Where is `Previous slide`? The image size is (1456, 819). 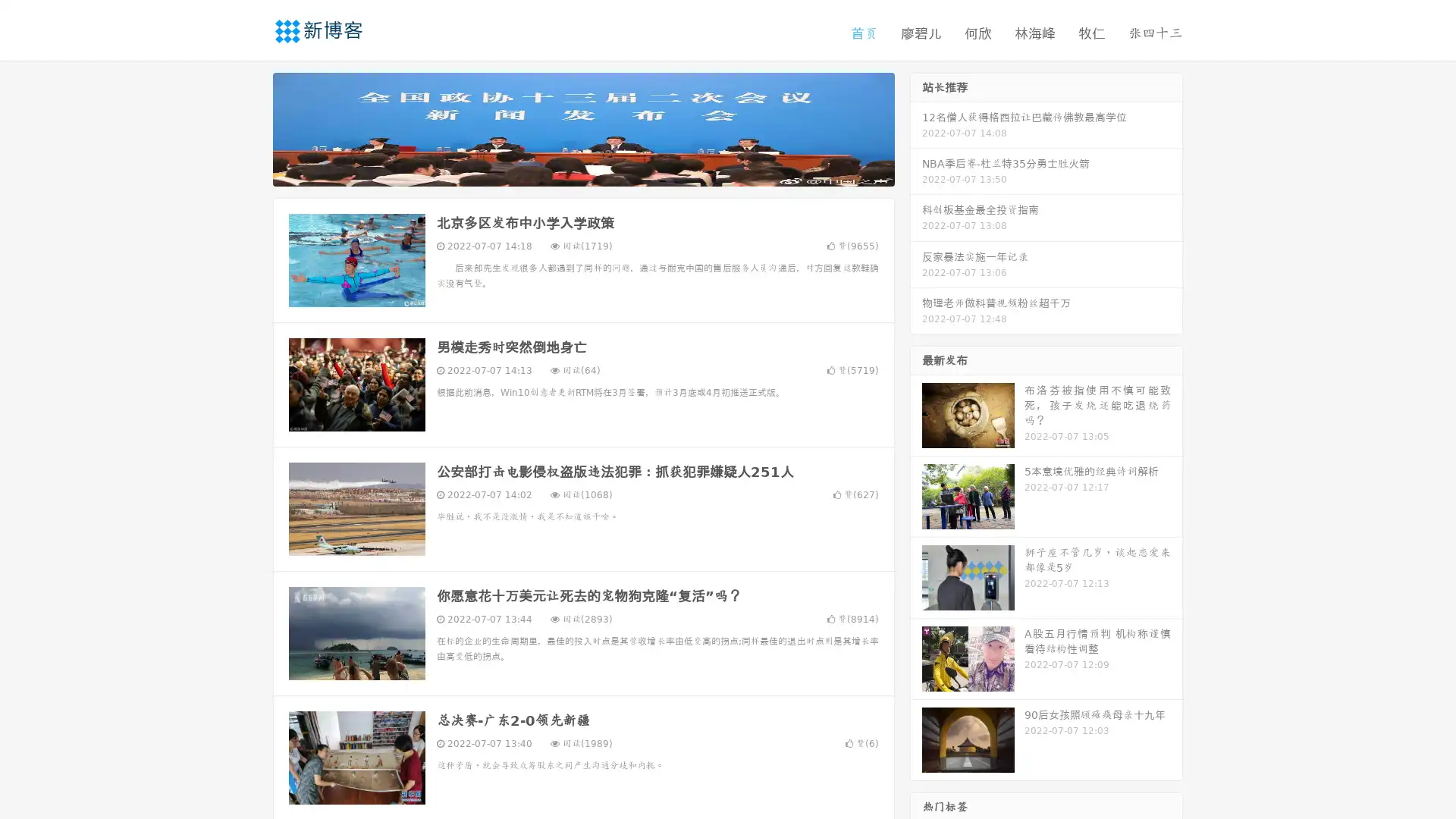 Previous slide is located at coordinates (250, 127).